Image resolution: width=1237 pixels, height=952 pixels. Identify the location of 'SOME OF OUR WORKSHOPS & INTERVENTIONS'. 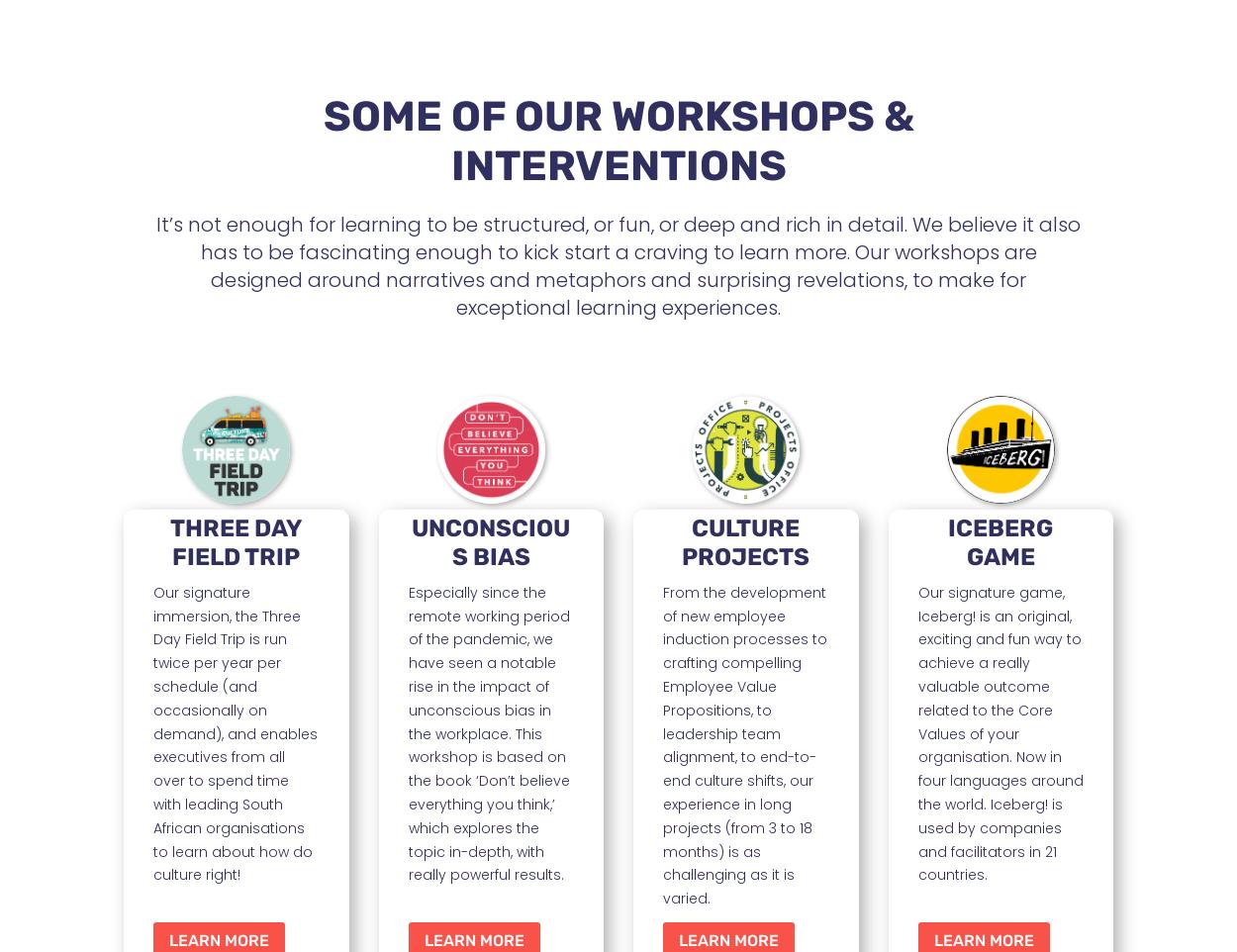
(617, 139).